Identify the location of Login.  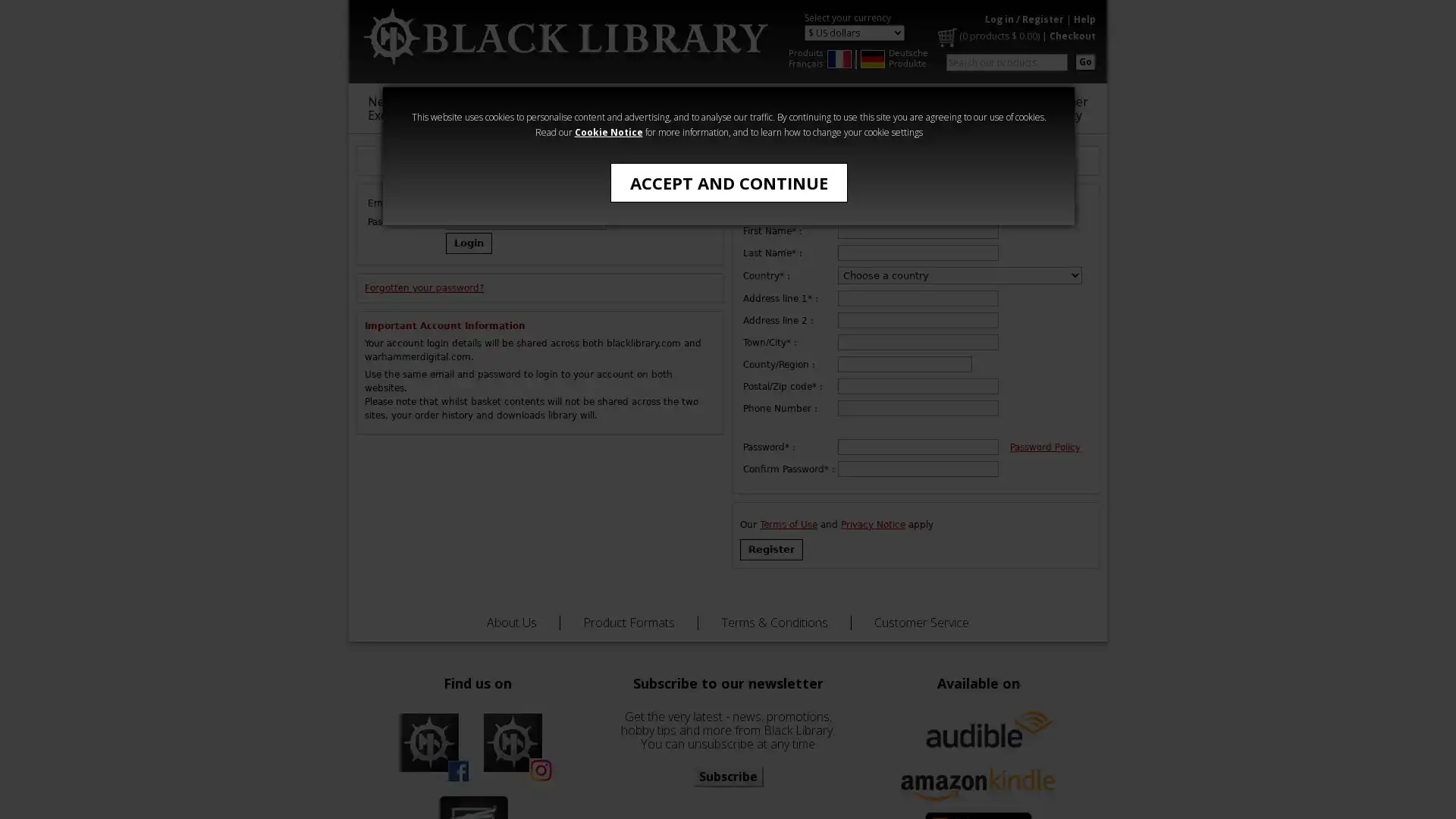
(468, 242).